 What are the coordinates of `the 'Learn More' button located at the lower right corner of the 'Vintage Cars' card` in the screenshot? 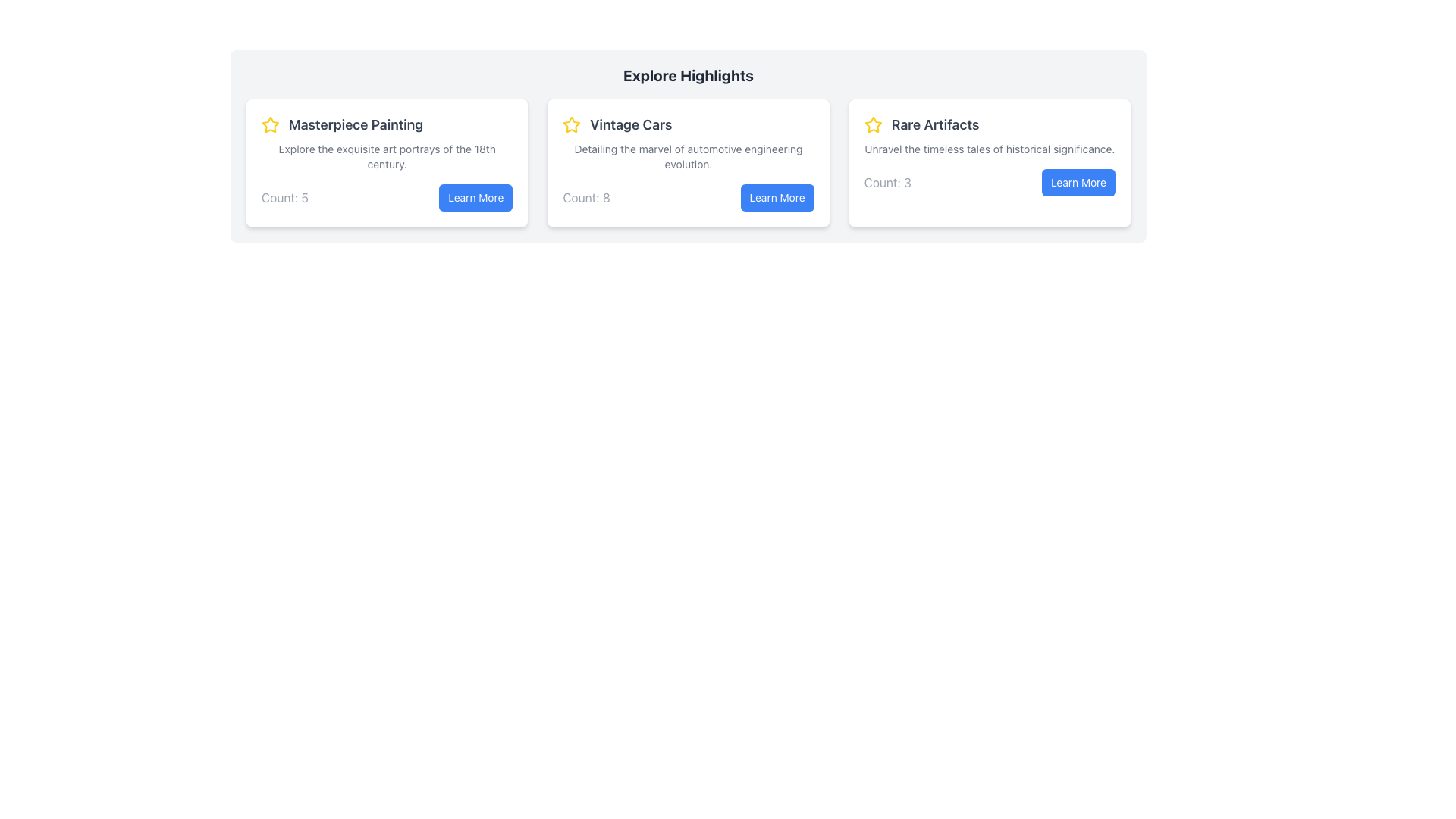 It's located at (777, 197).